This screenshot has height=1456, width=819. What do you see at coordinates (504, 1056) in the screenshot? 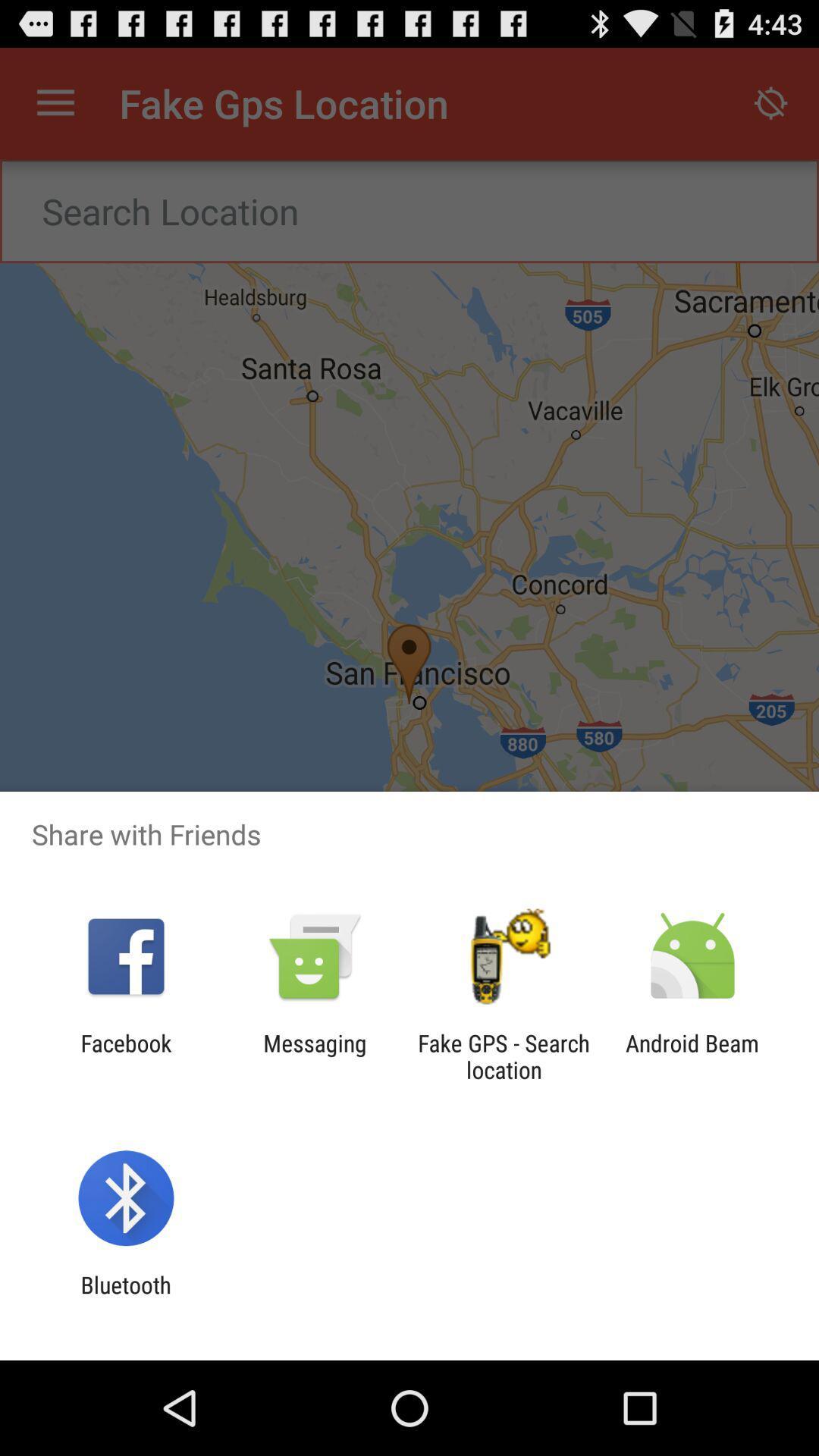
I see `item next to messaging app` at bounding box center [504, 1056].